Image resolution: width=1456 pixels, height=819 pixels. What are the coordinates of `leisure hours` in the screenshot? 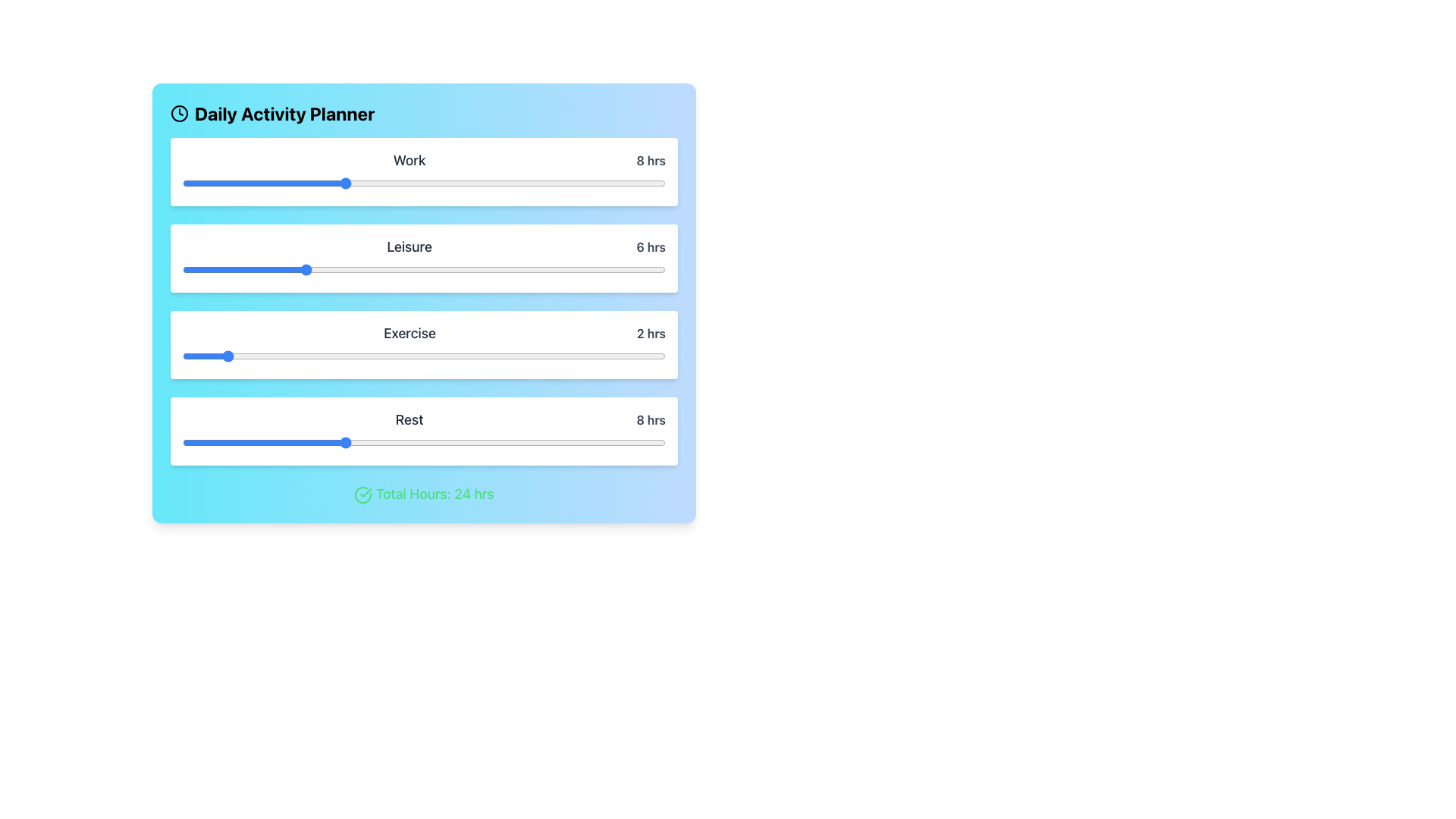 It's located at (584, 268).